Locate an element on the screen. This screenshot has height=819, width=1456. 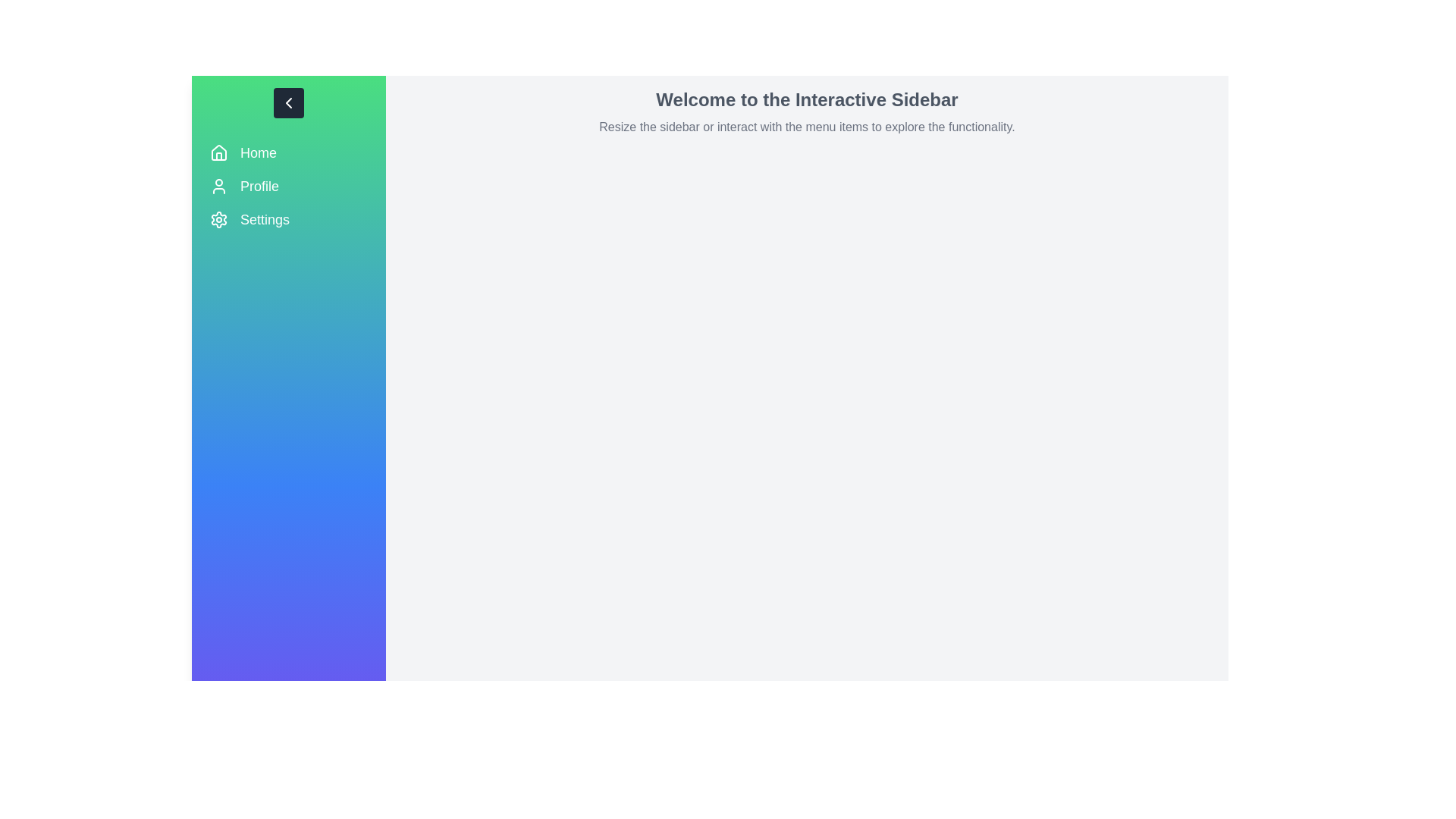
toggle button to collapse the sidebar is located at coordinates (288, 102).